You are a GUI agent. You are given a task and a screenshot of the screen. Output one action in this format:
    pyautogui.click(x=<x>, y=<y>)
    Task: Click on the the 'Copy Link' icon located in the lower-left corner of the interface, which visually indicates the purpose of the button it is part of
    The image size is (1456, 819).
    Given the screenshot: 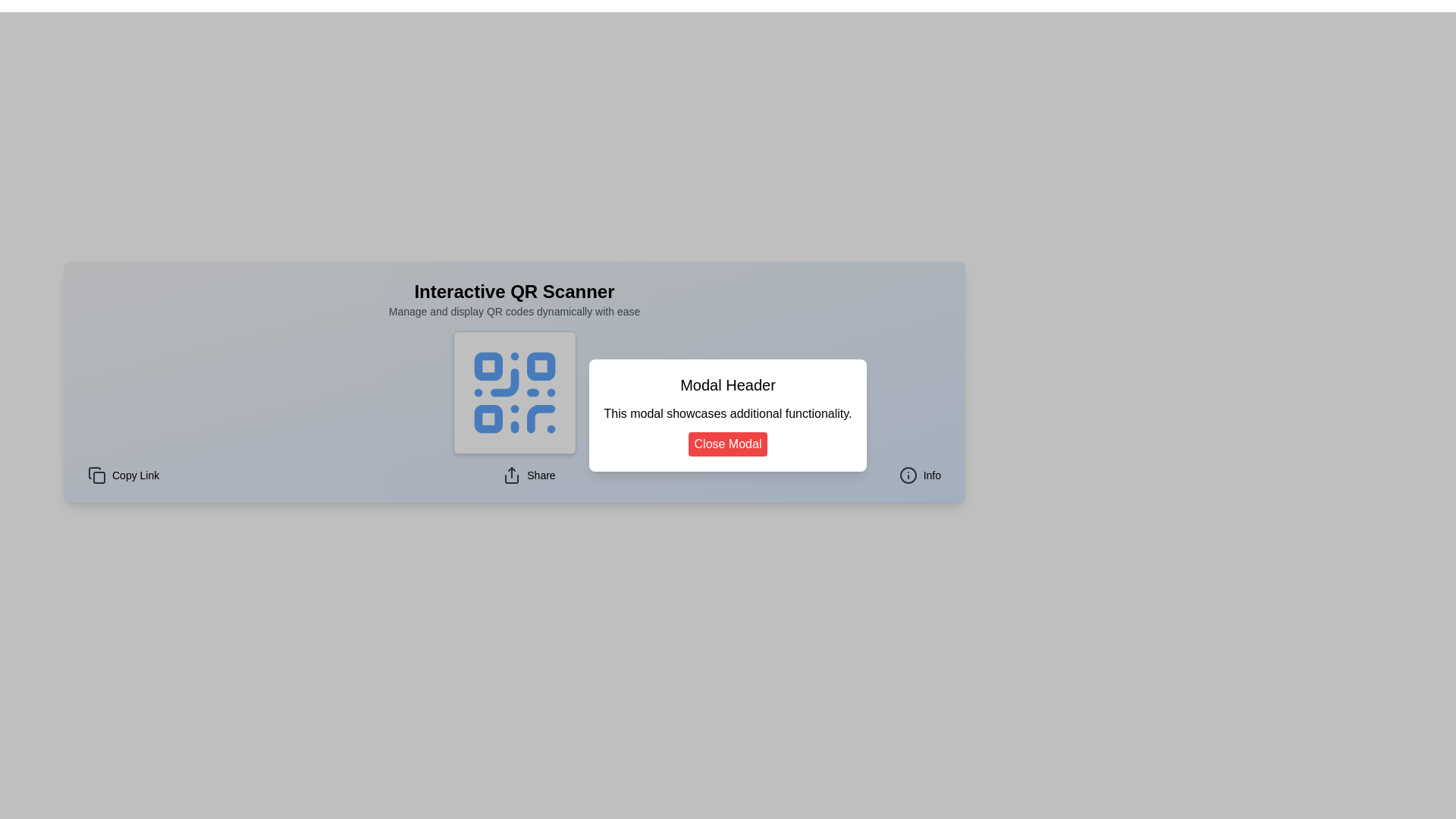 What is the action you would take?
    pyautogui.click(x=93, y=472)
    